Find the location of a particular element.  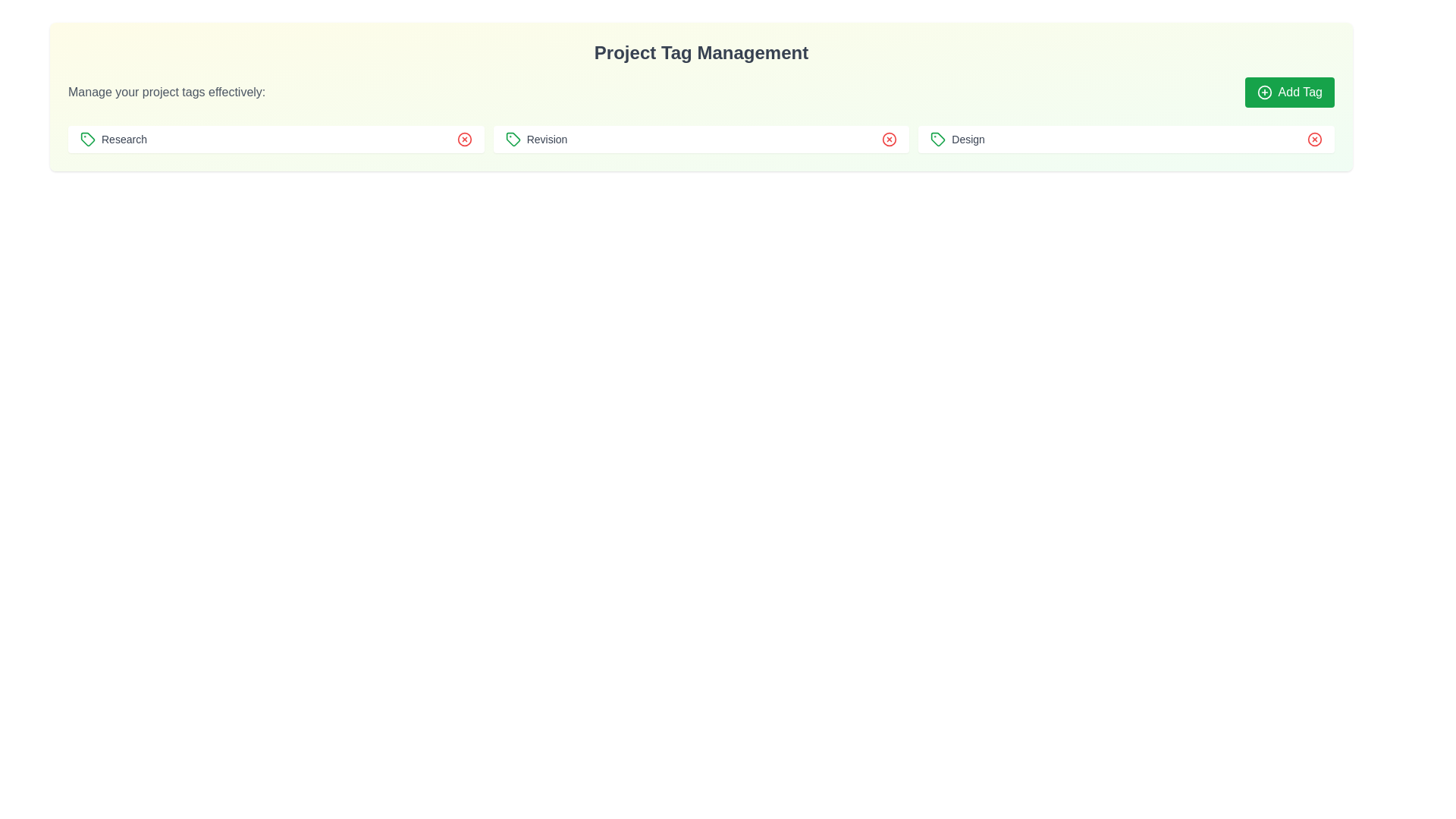

the 'Revision' tag label with the green icon is located at coordinates (536, 140).